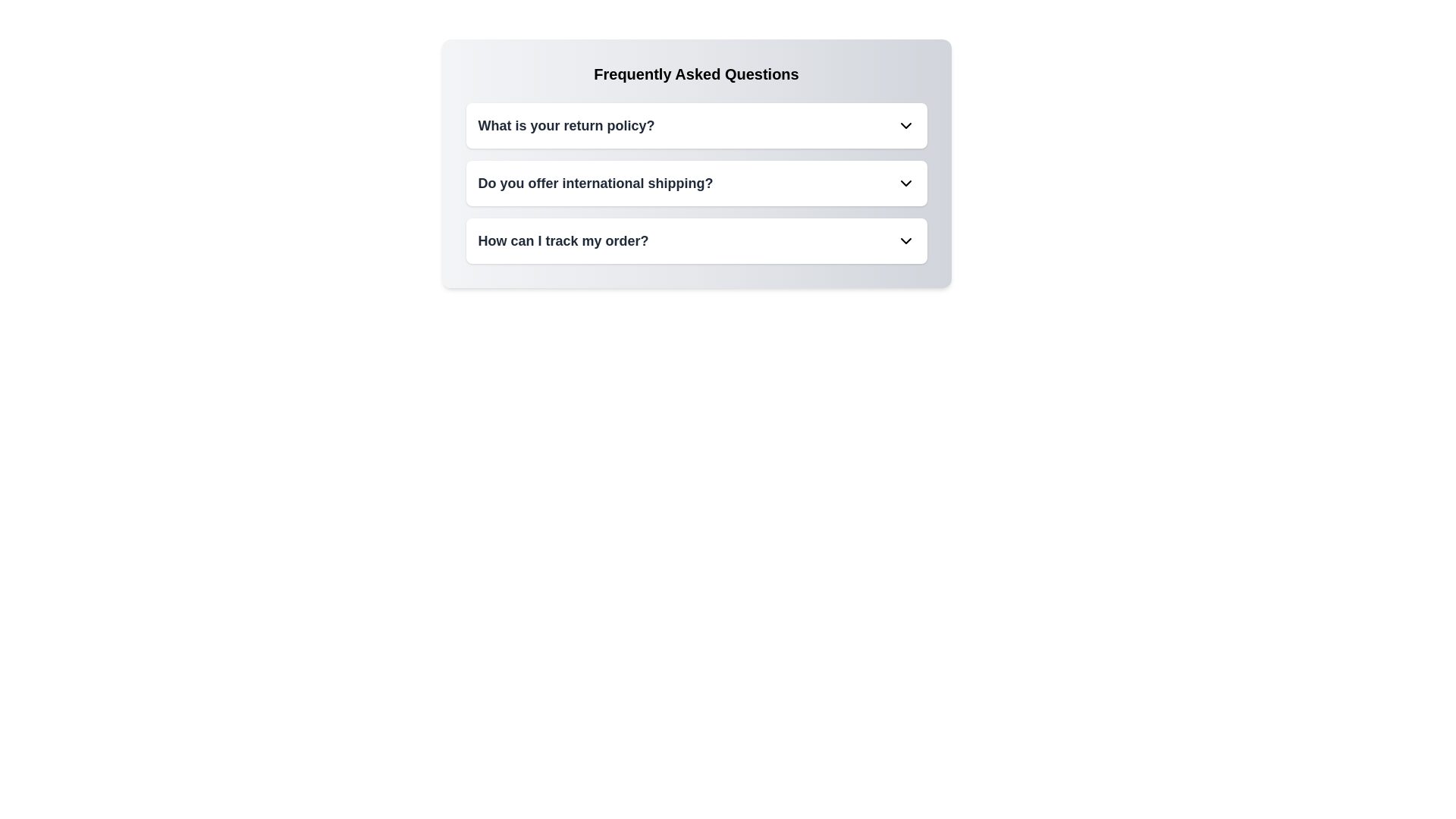  I want to click on the chevron icon to toggle the visibility of the FAQ item corresponding to Do you offer international shipping?, so click(905, 183).